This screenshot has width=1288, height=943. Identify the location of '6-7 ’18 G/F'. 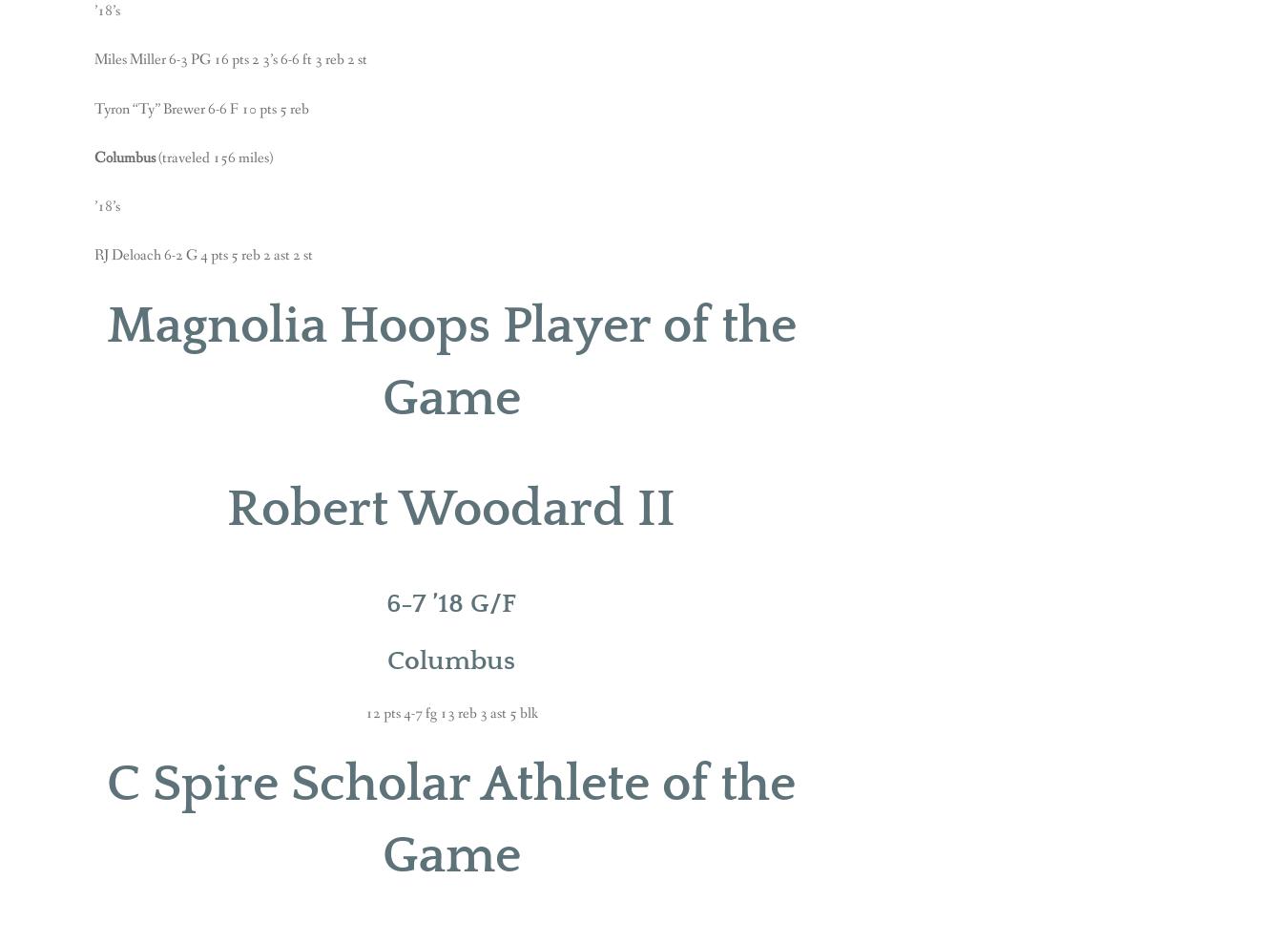
(386, 602).